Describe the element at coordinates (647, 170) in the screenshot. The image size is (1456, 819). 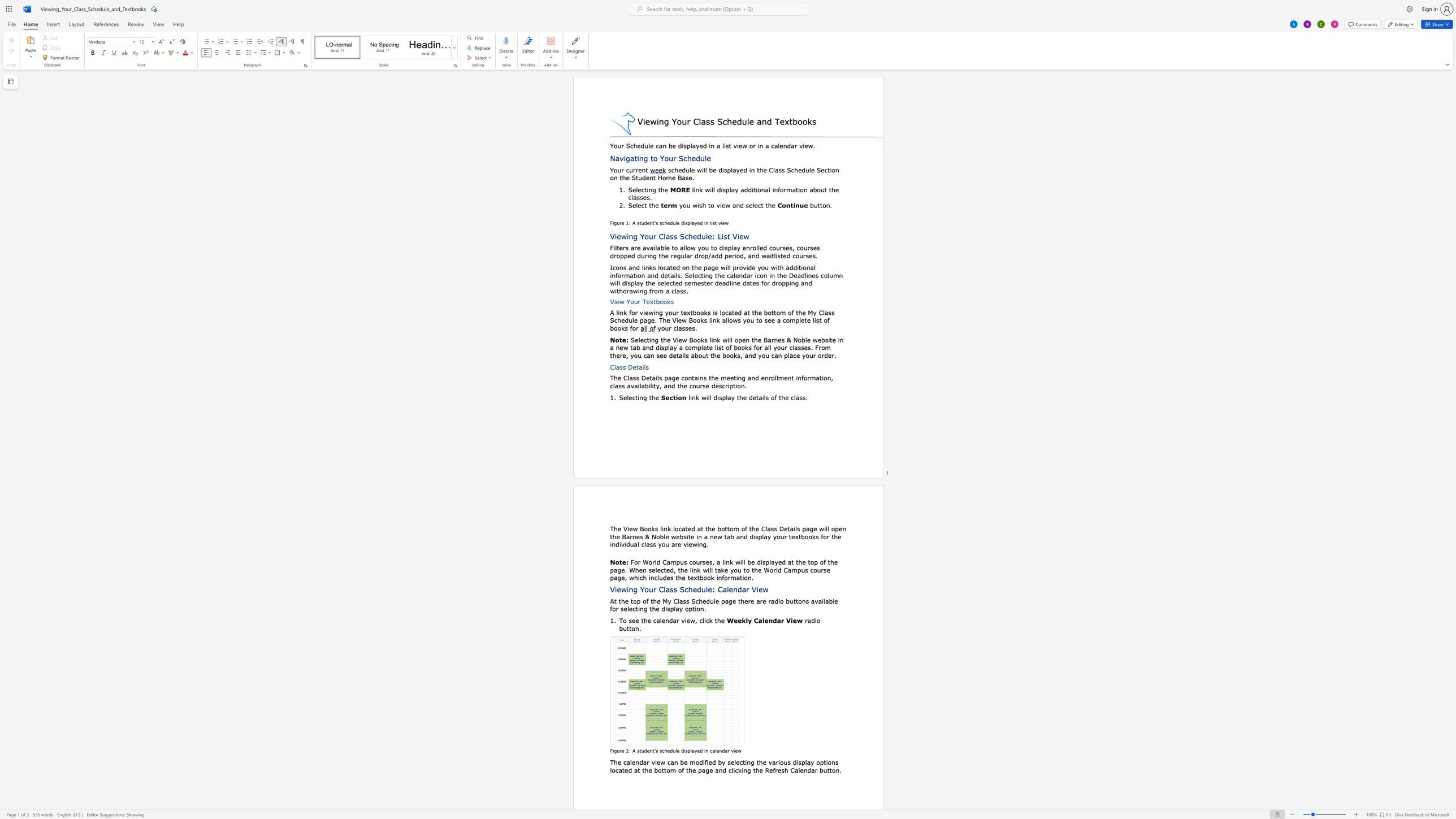
I see `the 1th character "t" in the text` at that location.